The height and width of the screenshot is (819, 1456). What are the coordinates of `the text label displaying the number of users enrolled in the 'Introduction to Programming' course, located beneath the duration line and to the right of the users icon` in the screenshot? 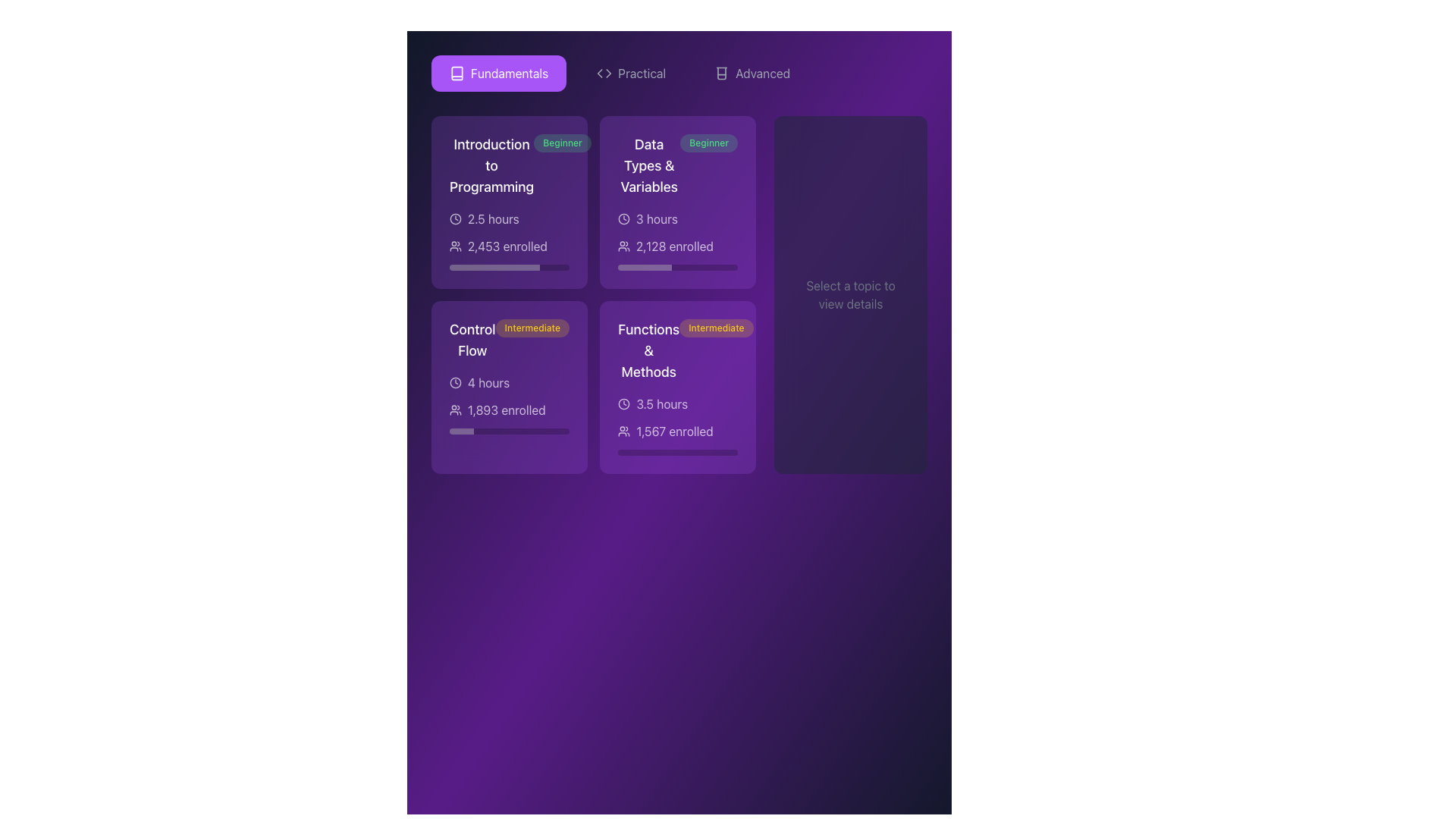 It's located at (507, 245).